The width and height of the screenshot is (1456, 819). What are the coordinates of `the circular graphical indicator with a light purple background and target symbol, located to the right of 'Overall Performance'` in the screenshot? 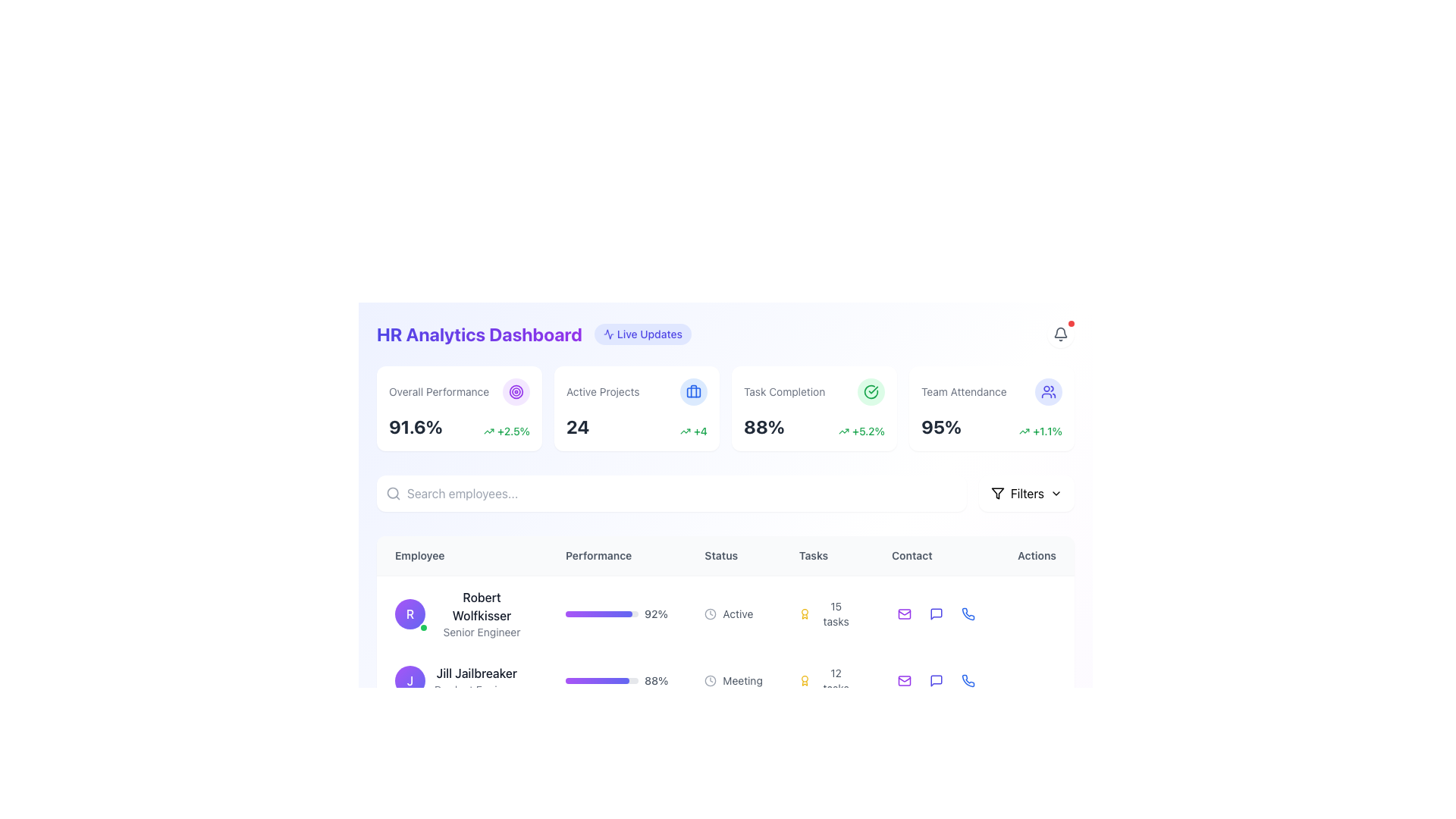 It's located at (516, 391).